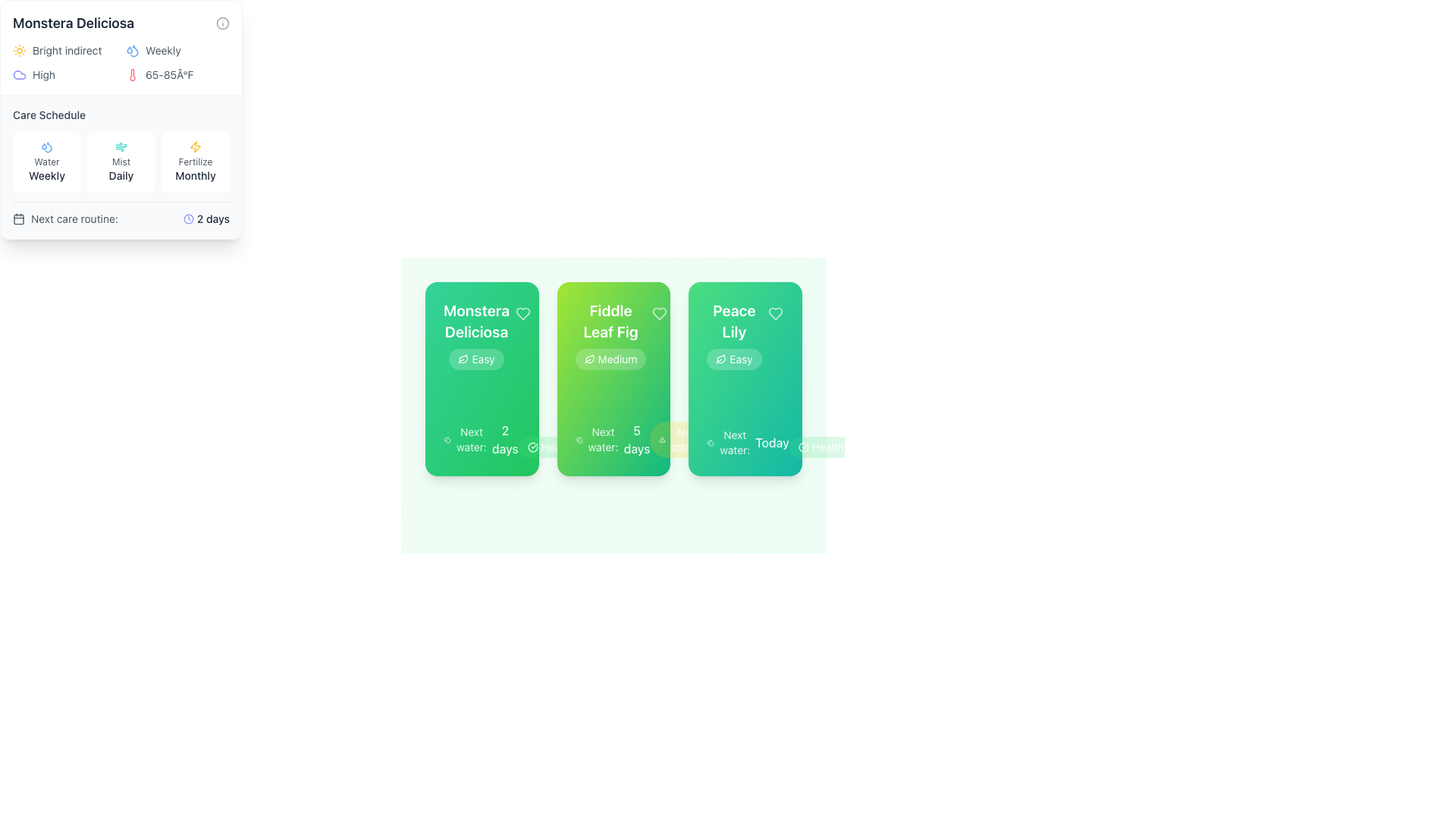 Image resolution: width=1456 pixels, height=819 pixels. Describe the element at coordinates (734, 359) in the screenshot. I see `the label indicating that the 'Peace Lily' is 'Easy' to care for, located within the third card titled 'Peace Lily', positioned below the title` at that location.